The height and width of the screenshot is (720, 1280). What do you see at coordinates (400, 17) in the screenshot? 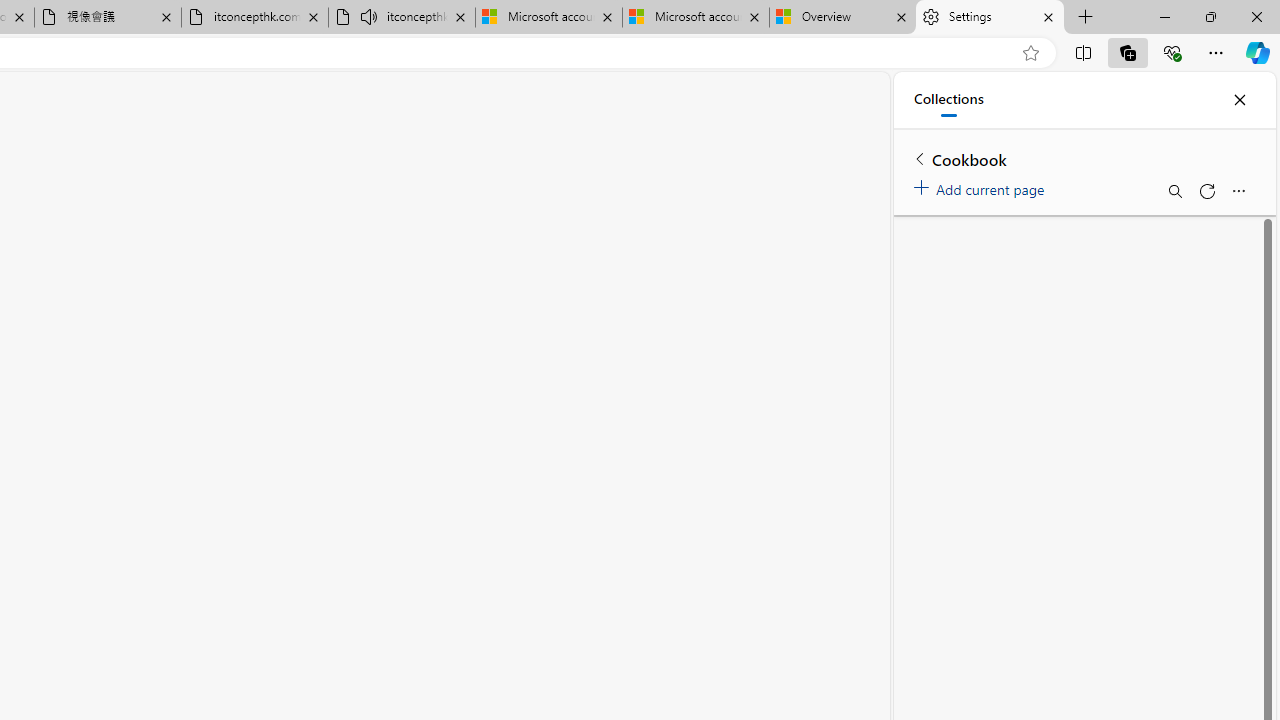
I see `'itconcepthk.com/projector_solutions.mp4 - Audio playing'` at bounding box center [400, 17].